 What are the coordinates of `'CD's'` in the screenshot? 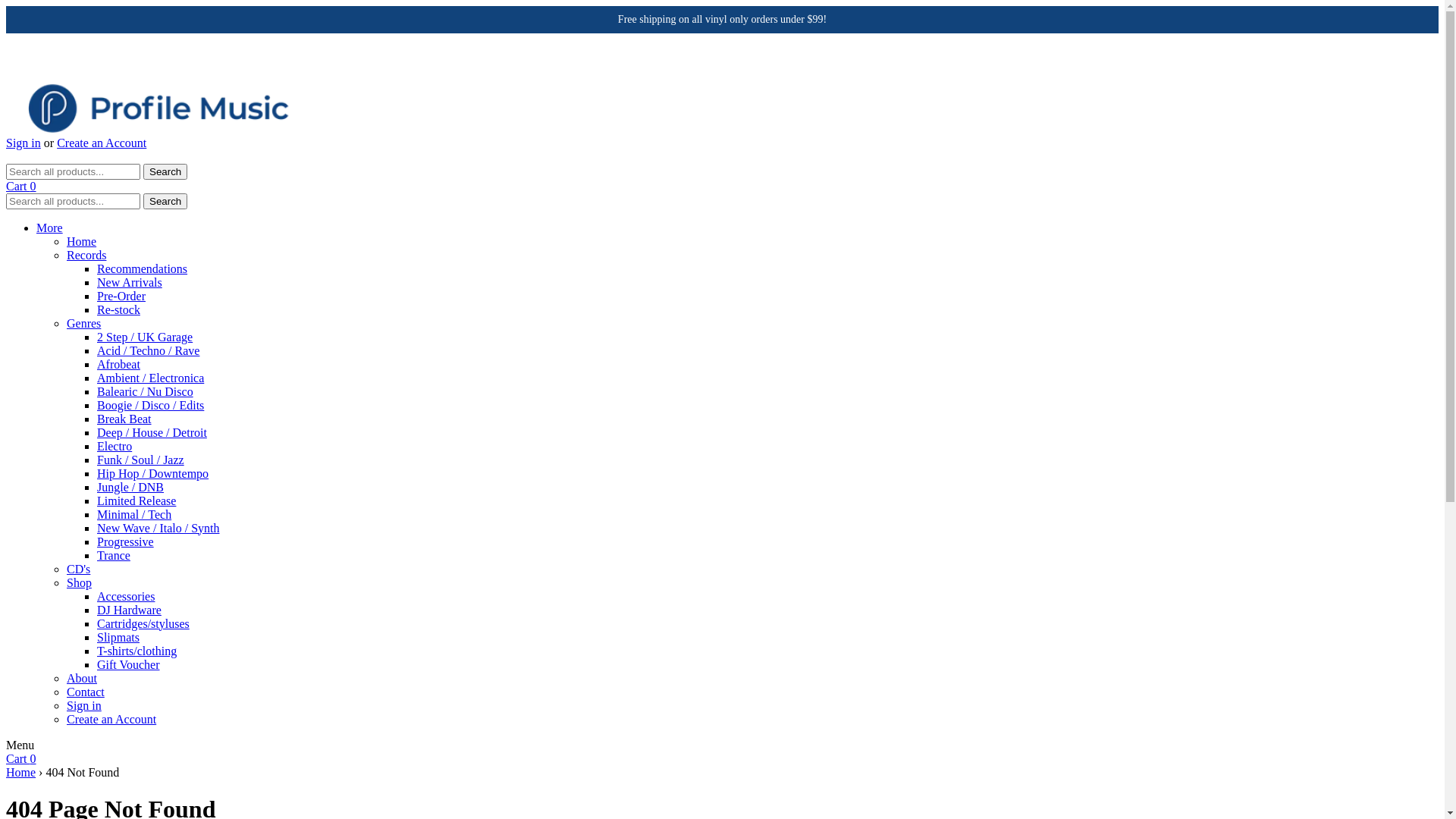 It's located at (77, 569).